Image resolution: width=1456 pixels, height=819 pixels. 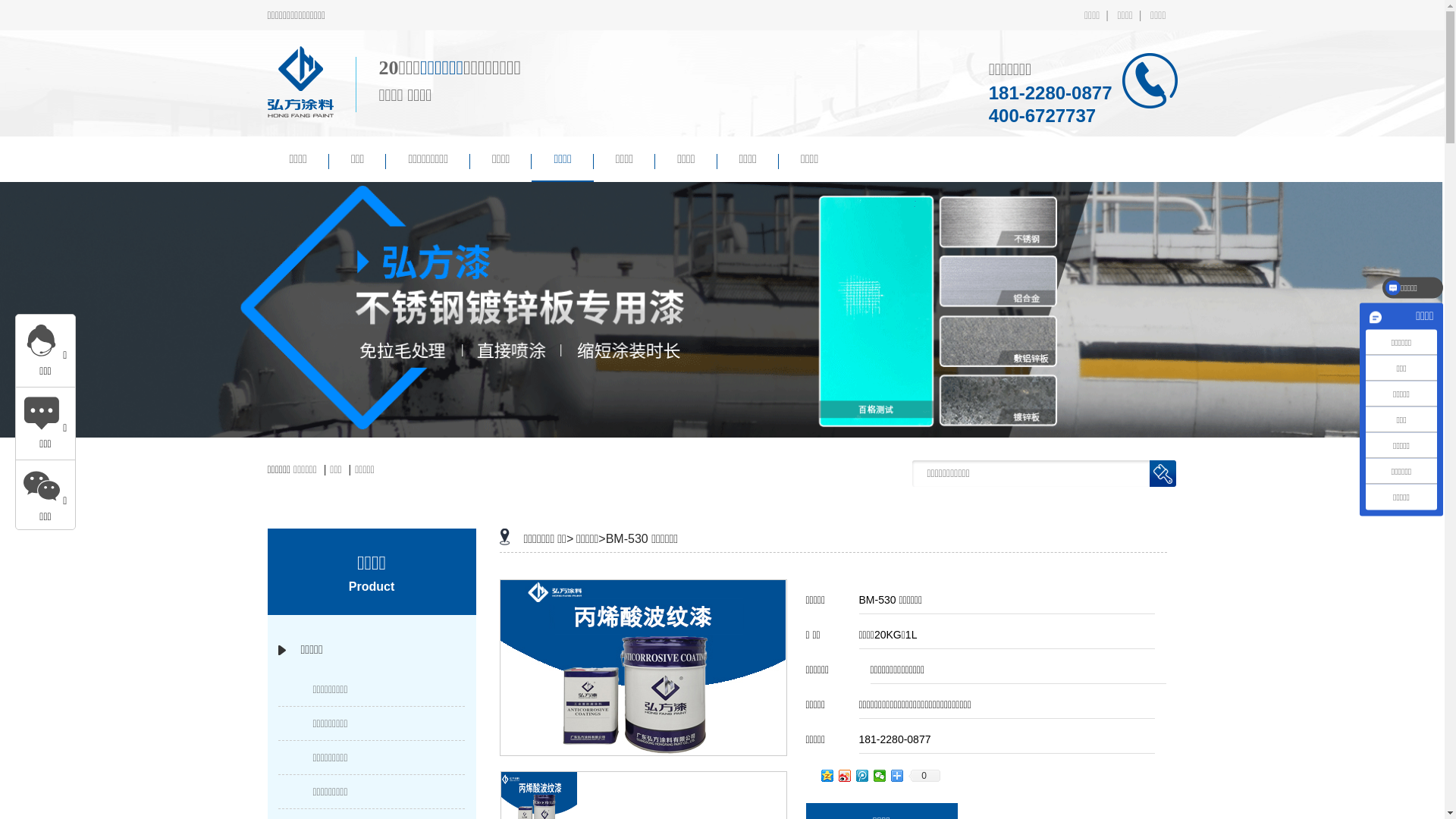 I want to click on '0', so click(x=924, y=775).